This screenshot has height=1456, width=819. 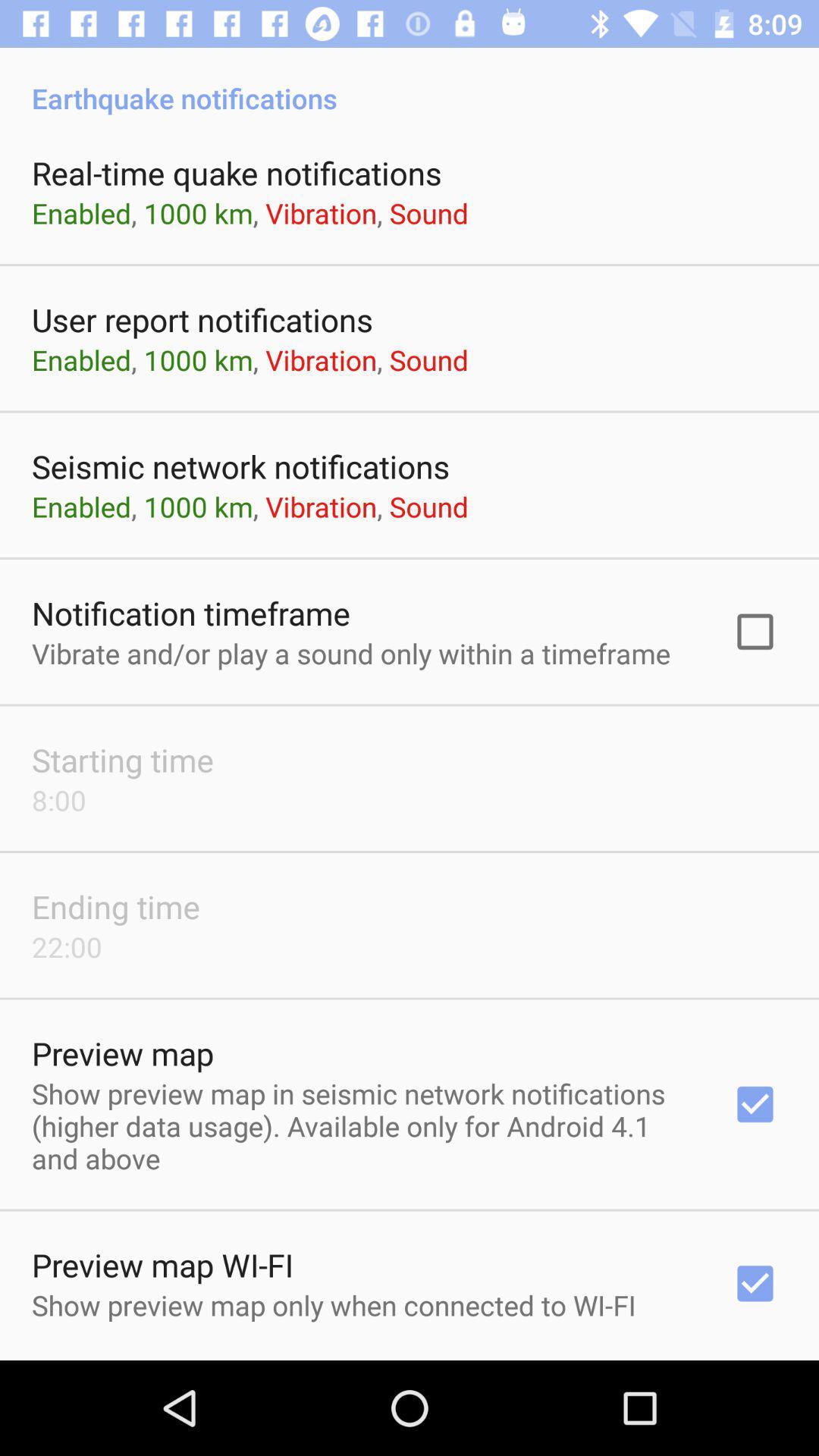 What do you see at coordinates (190, 613) in the screenshot?
I see `icon below enabled 1000 km icon` at bounding box center [190, 613].